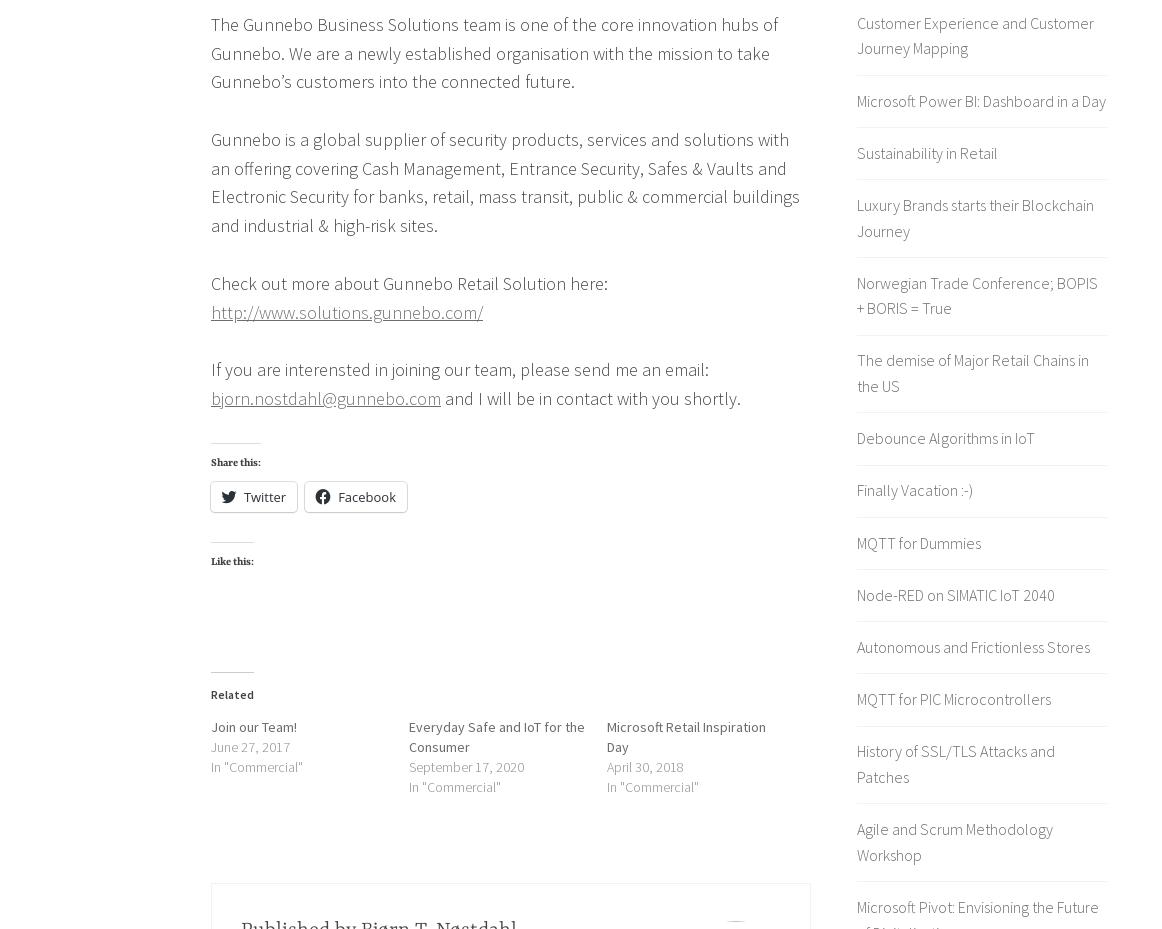 This screenshot has height=929, width=1162. I want to click on 'bjorn.nostdahl@gunnebo.com', so click(325, 397).